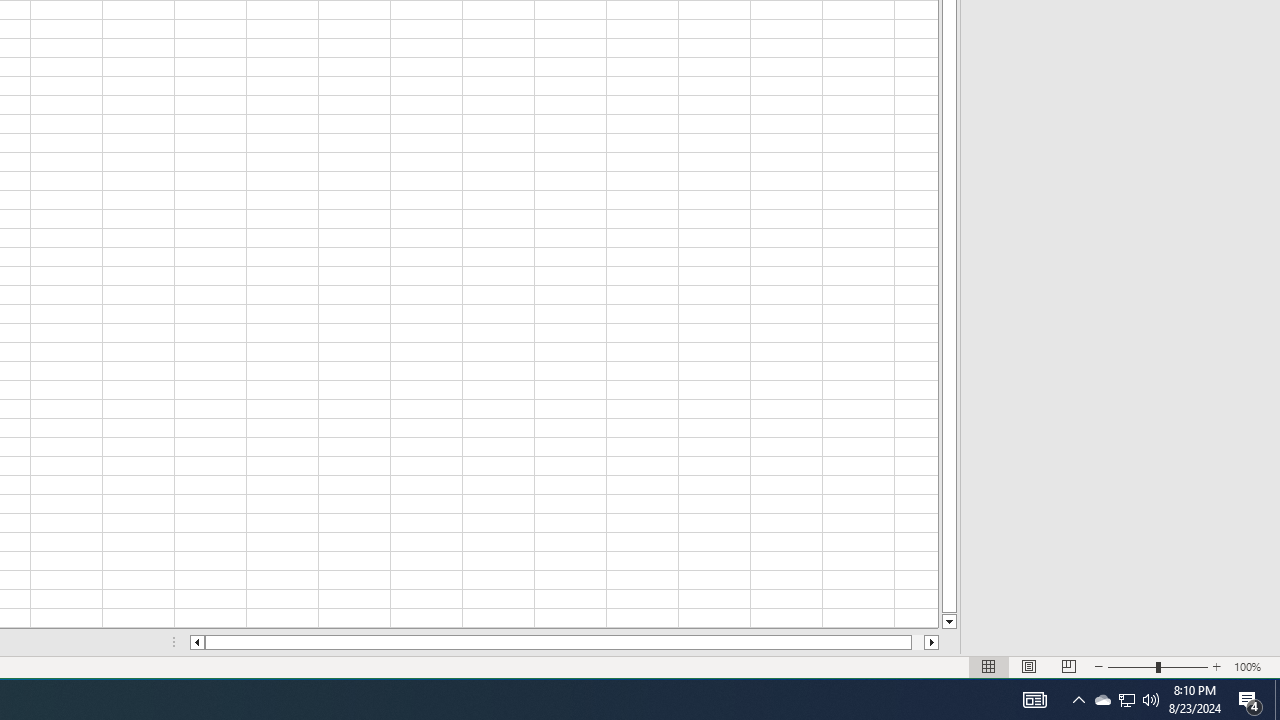 The height and width of the screenshot is (720, 1280). I want to click on 'Show desktop', so click(1276, 698).